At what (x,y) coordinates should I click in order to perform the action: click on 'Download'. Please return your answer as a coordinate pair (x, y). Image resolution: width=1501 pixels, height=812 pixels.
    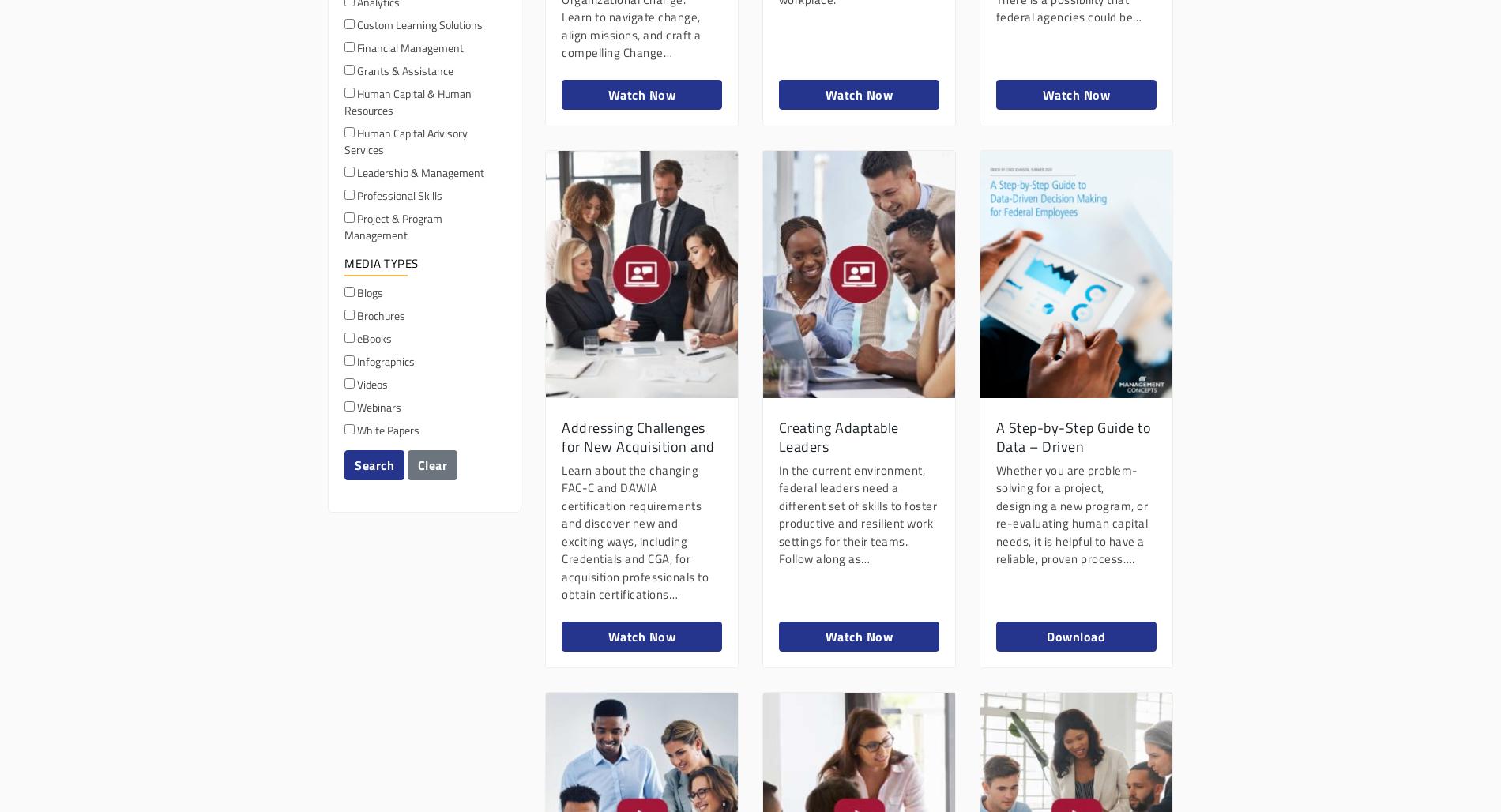
    Looking at the image, I should click on (1074, 636).